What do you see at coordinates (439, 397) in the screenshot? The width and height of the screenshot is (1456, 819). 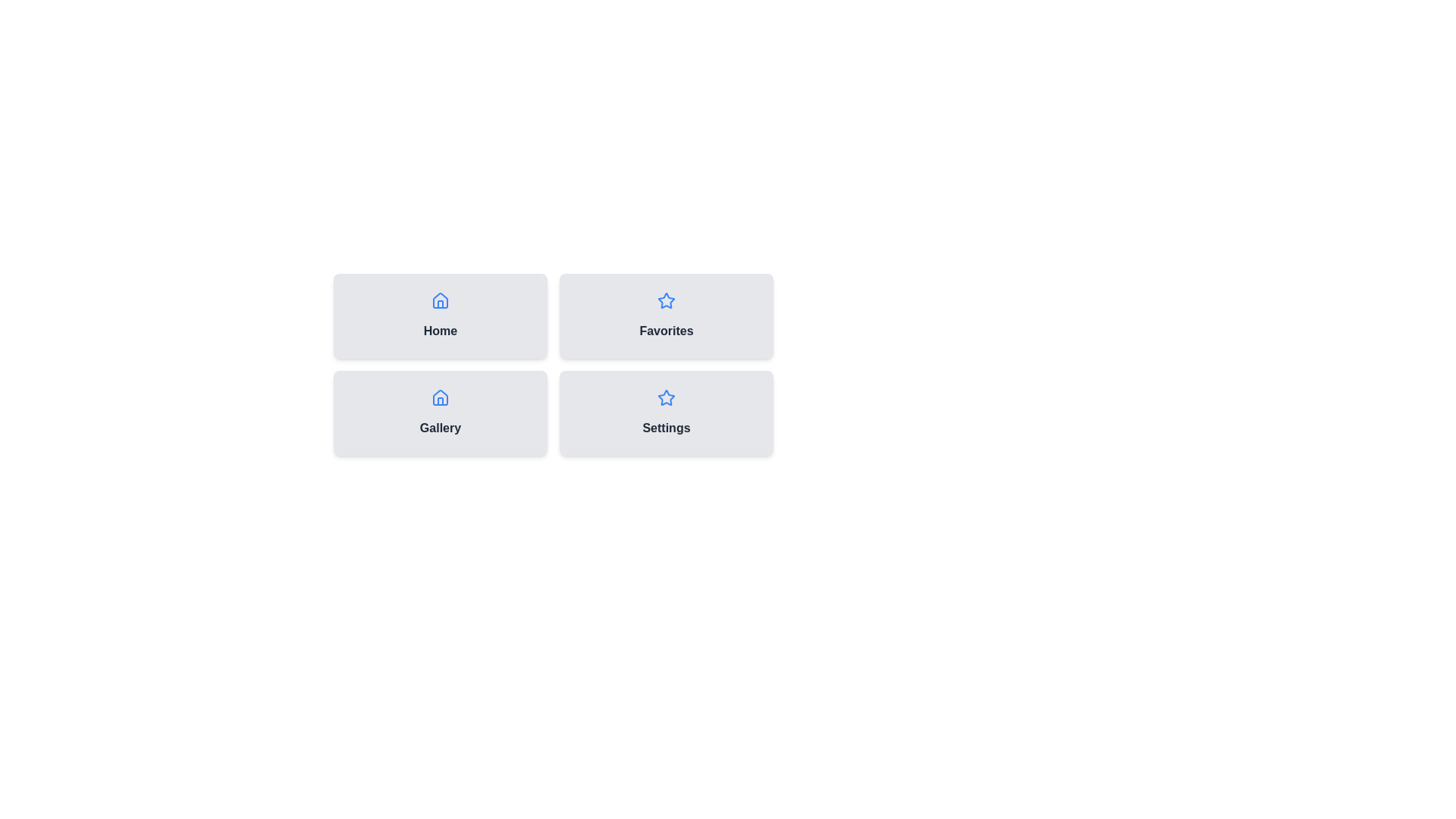 I see `the 'Home' icon located in the top-left quadrant of the application, which serves as a visual representation of the main page functionality` at bounding box center [439, 397].